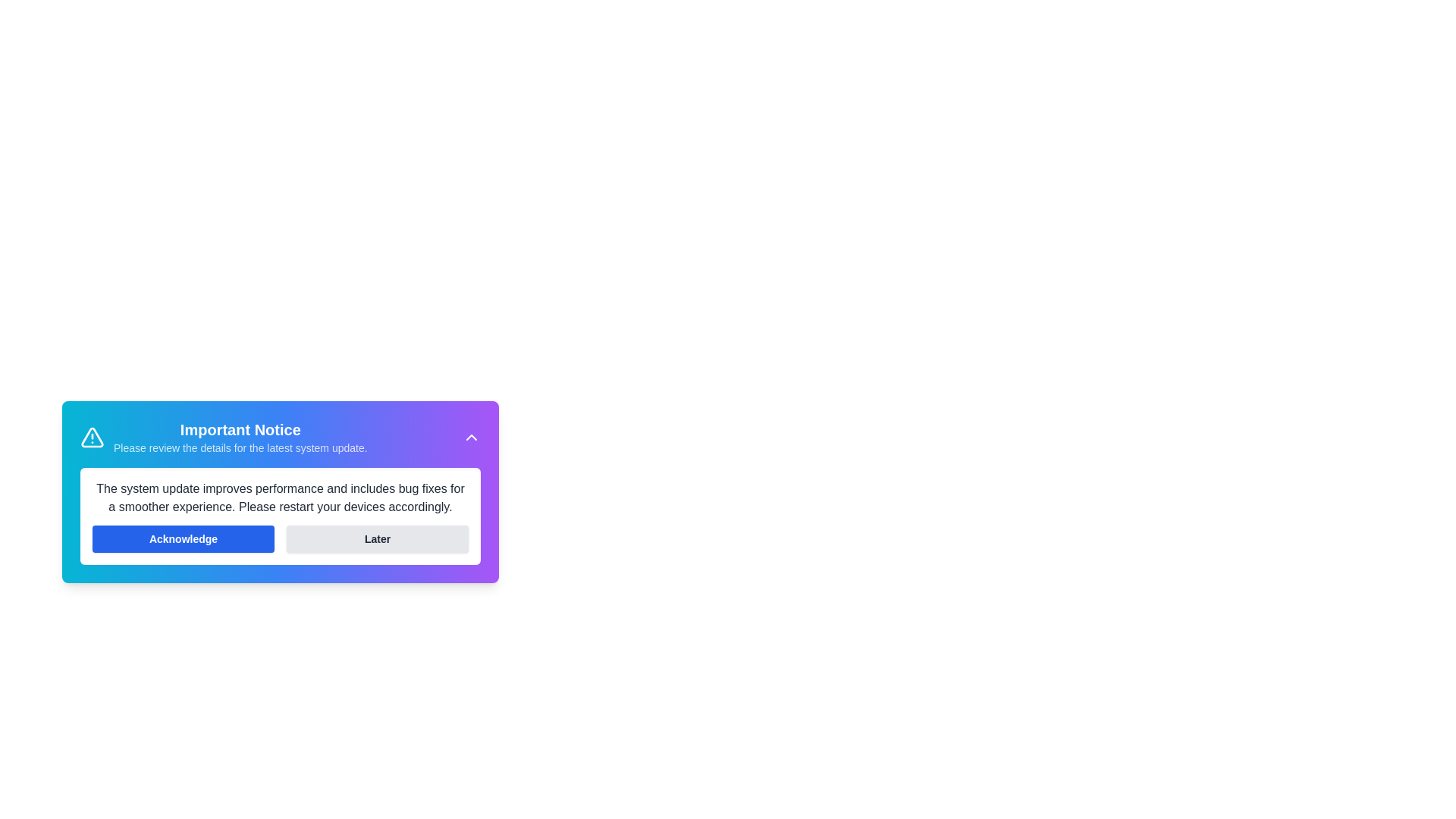 Image resolution: width=1456 pixels, height=819 pixels. What do you see at coordinates (471, 438) in the screenshot?
I see `the arrow button to toggle the expansion or collapse of the alert details section` at bounding box center [471, 438].